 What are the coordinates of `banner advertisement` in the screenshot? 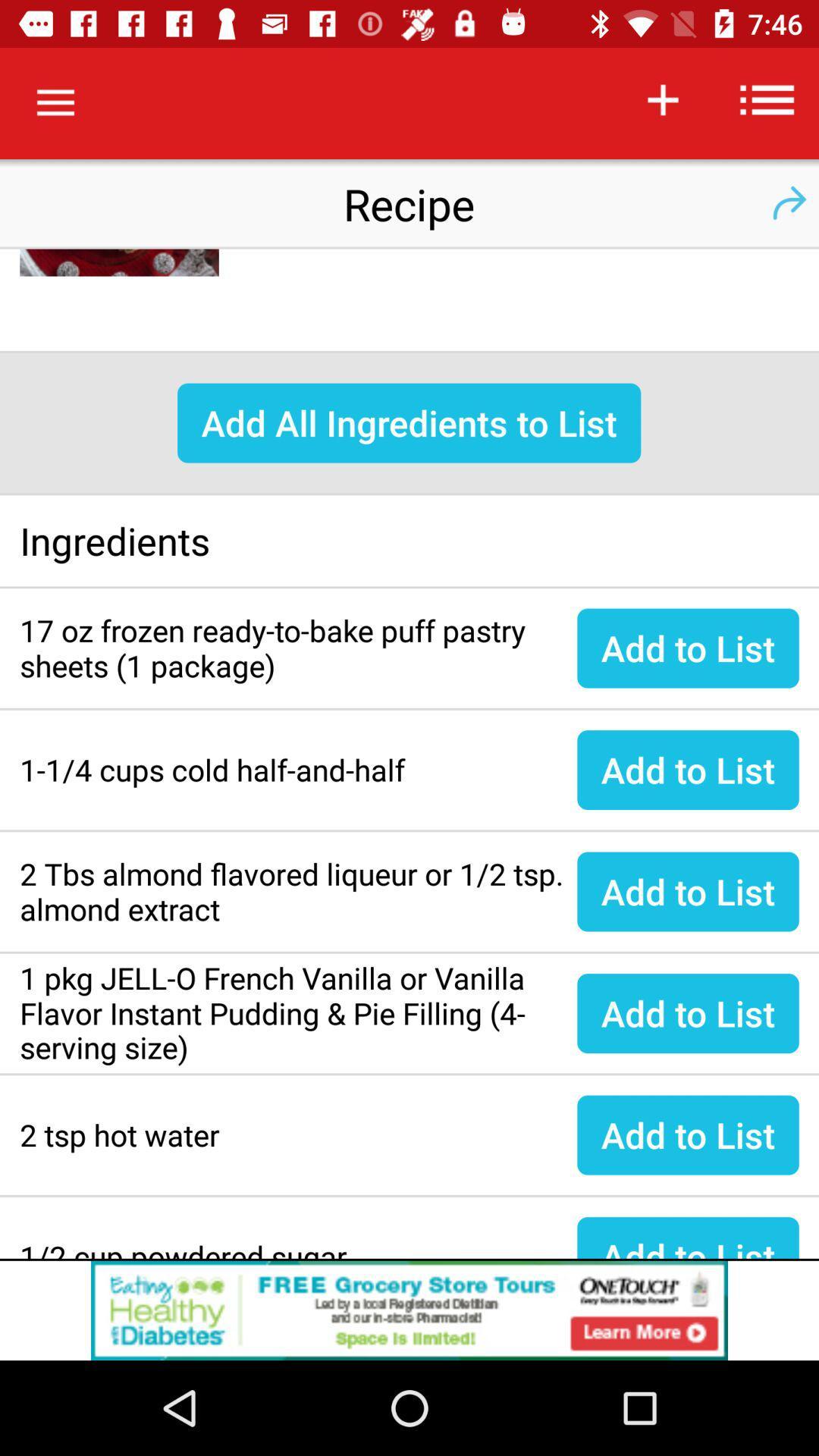 It's located at (409, 1310).